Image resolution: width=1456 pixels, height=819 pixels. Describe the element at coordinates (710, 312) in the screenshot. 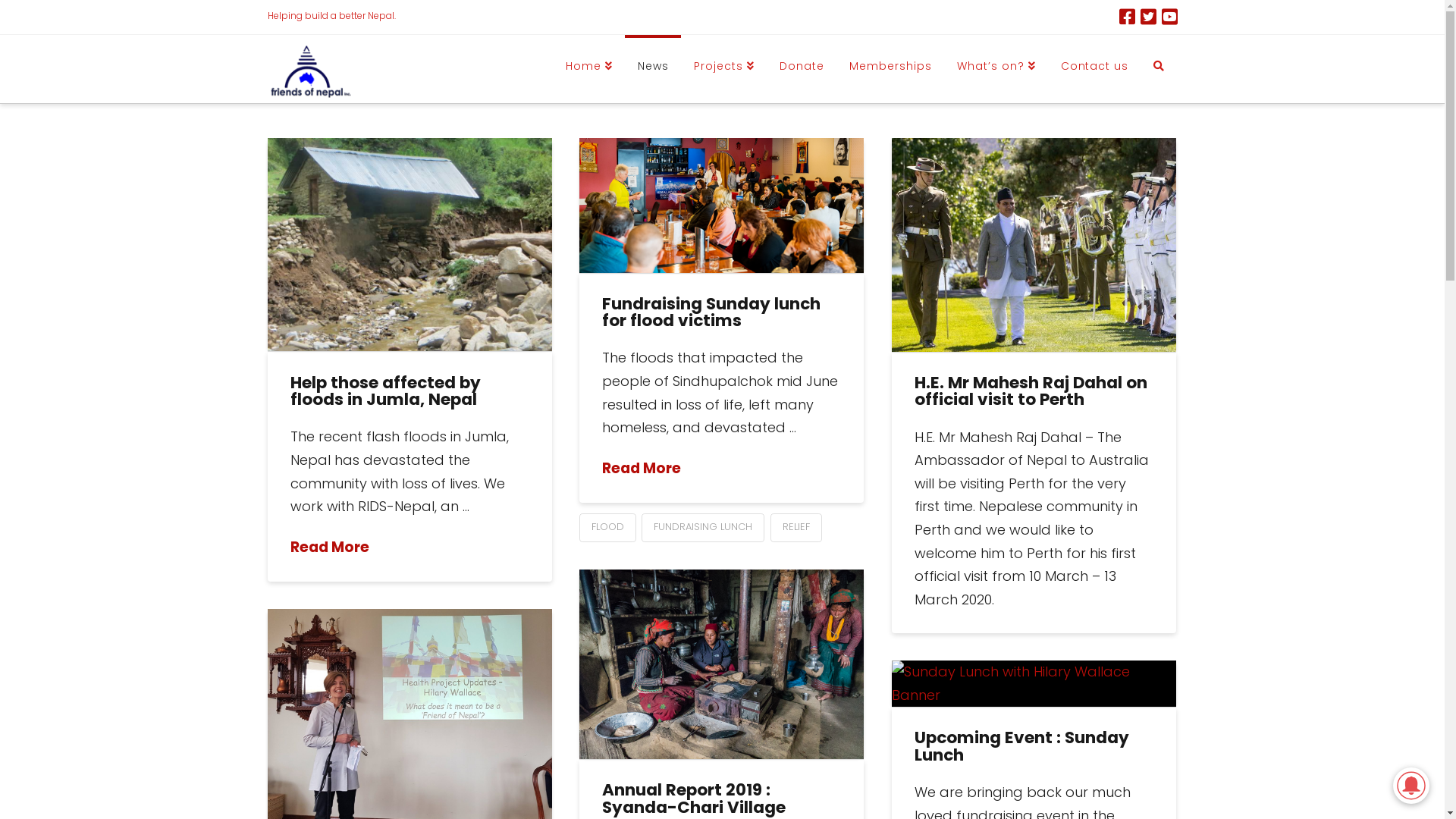

I see `'Fundraising Sunday lunch for flood victims'` at that location.